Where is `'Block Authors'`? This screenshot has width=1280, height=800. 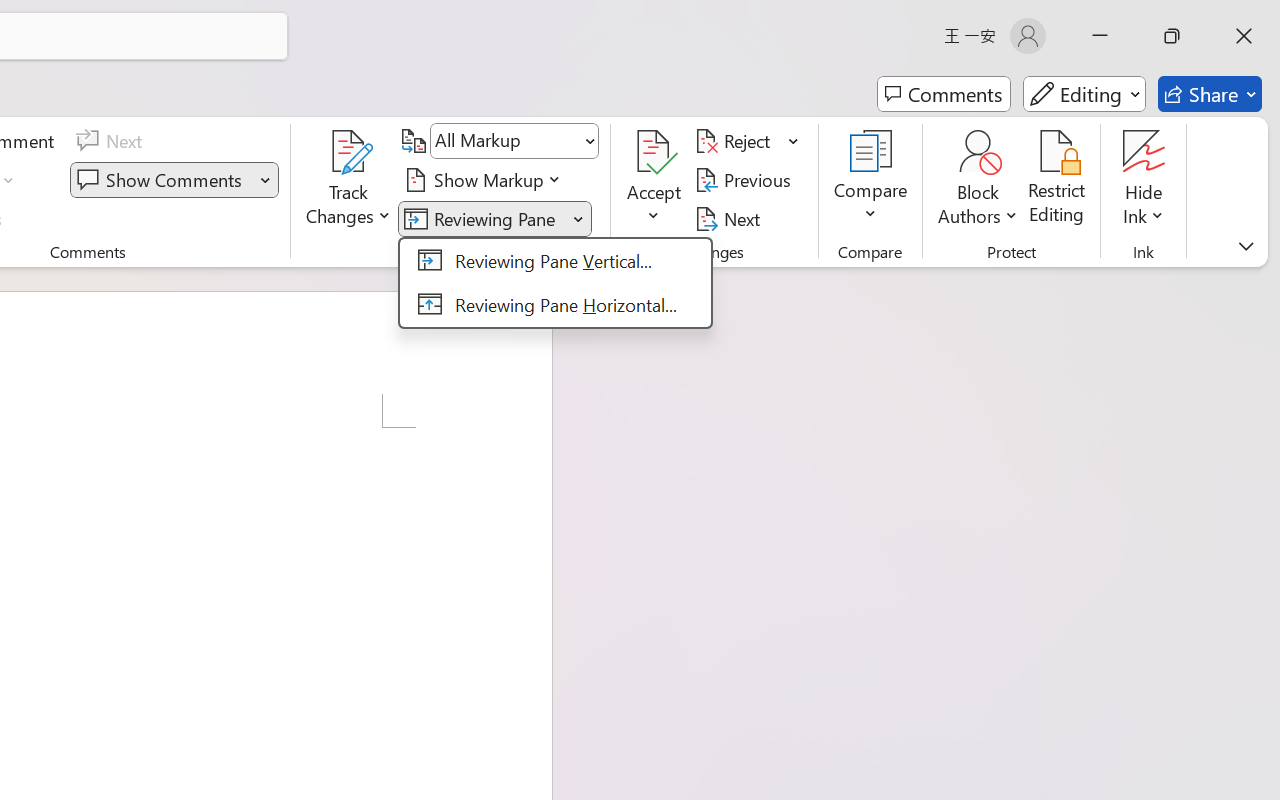
'Block Authors' is located at coordinates (977, 179).